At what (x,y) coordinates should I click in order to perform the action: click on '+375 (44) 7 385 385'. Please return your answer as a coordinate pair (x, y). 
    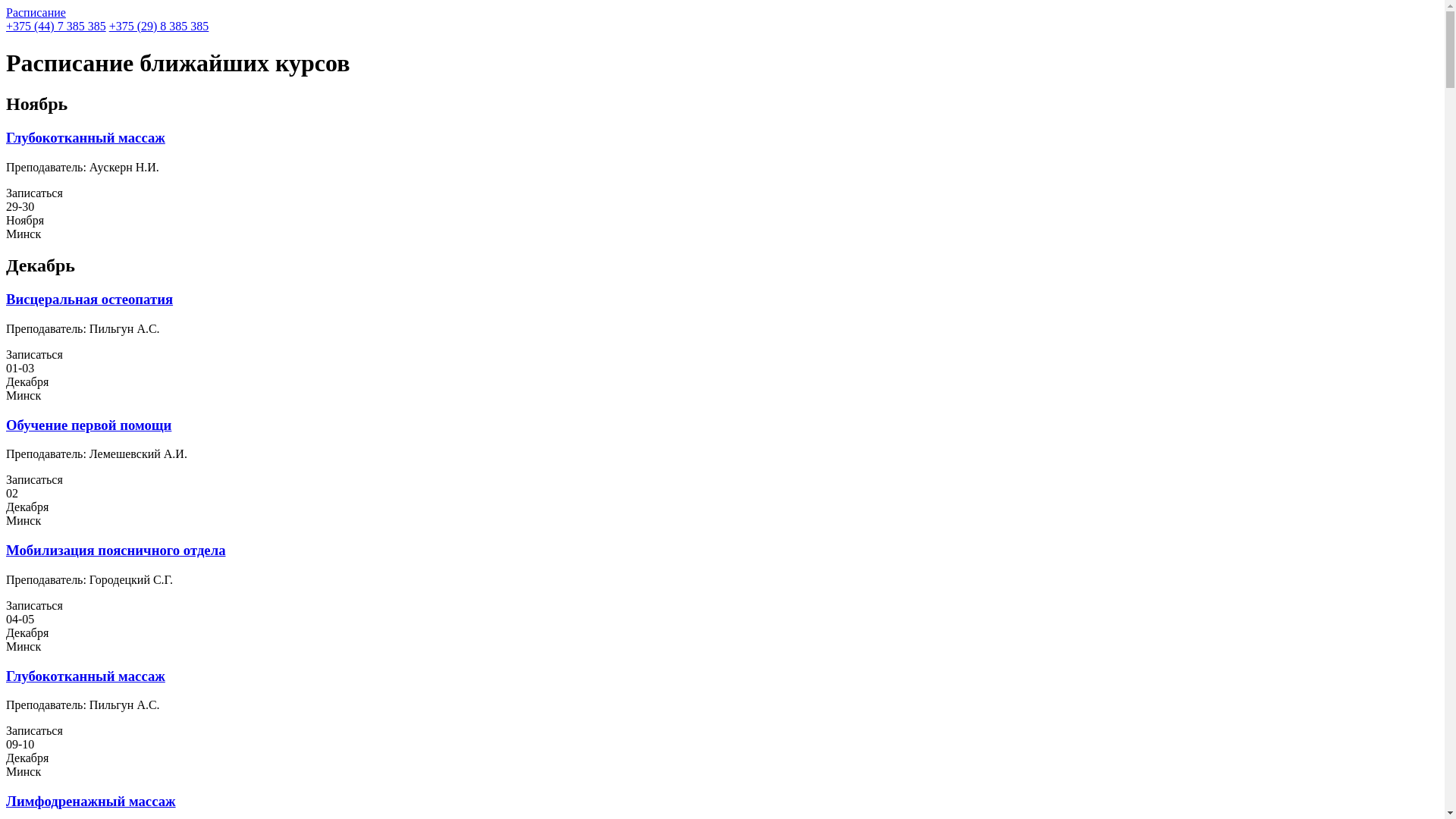
    Looking at the image, I should click on (55, 26).